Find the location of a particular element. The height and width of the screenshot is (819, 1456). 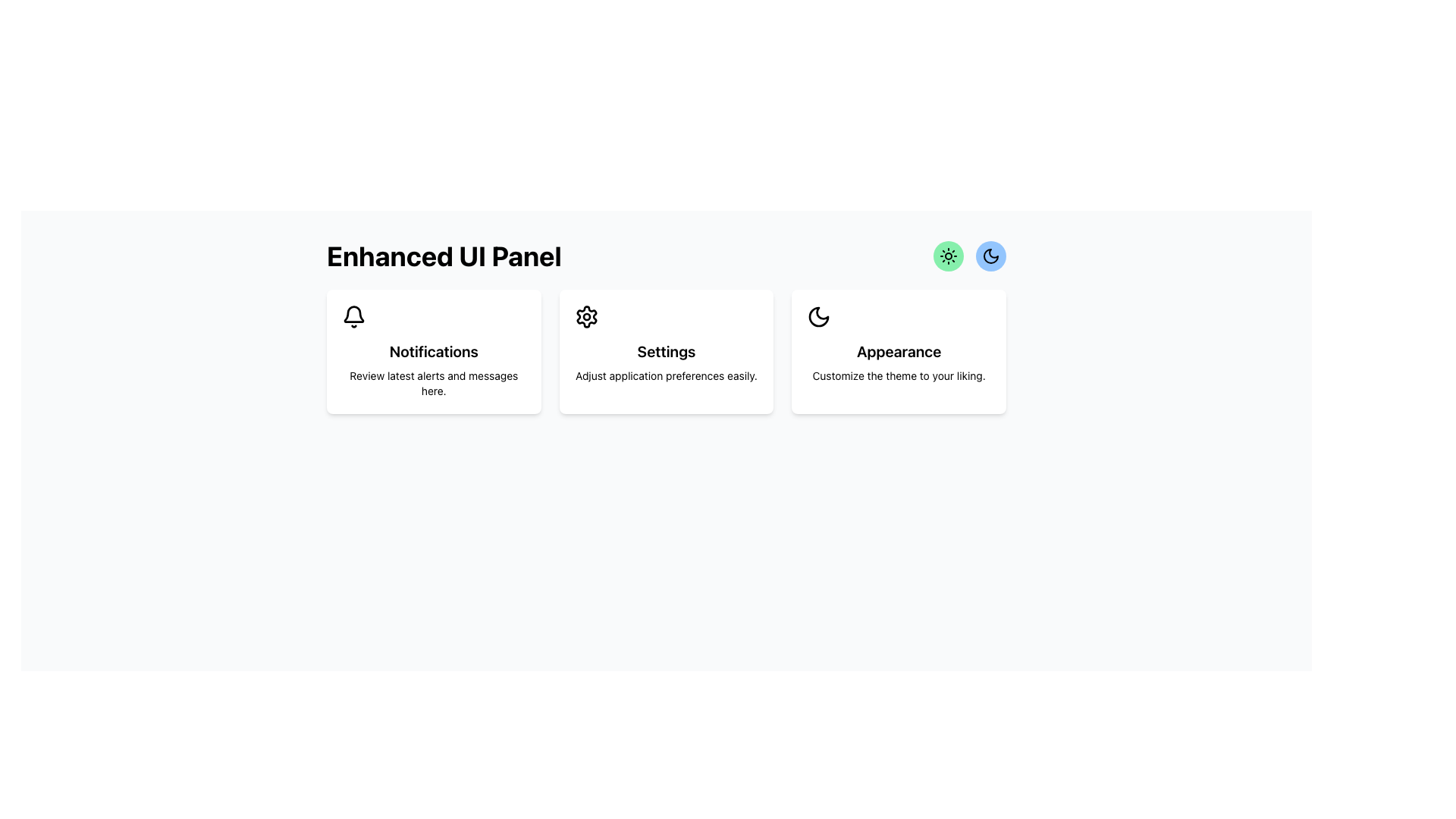

to select or activate the 'Appearance' card, which features a crescent moon icon, a bold title 'Appearance,' and a subtitle 'Customize the theme to your liking.' It is the third card in a grid layout of three cards, located at the far-right of the row is located at coordinates (899, 351).